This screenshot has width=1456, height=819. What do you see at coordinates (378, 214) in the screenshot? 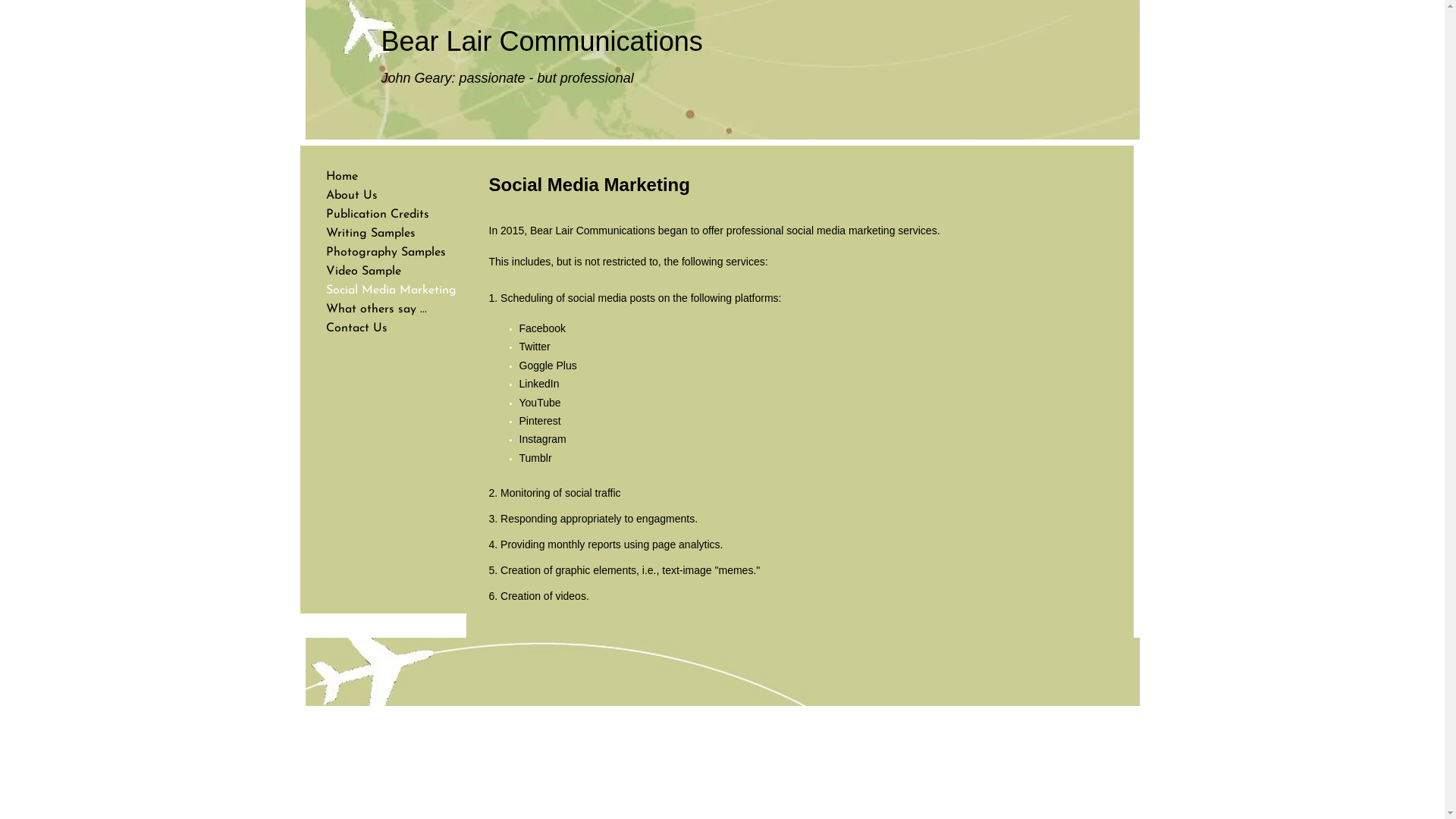
I see `'Publication Credits'` at bounding box center [378, 214].